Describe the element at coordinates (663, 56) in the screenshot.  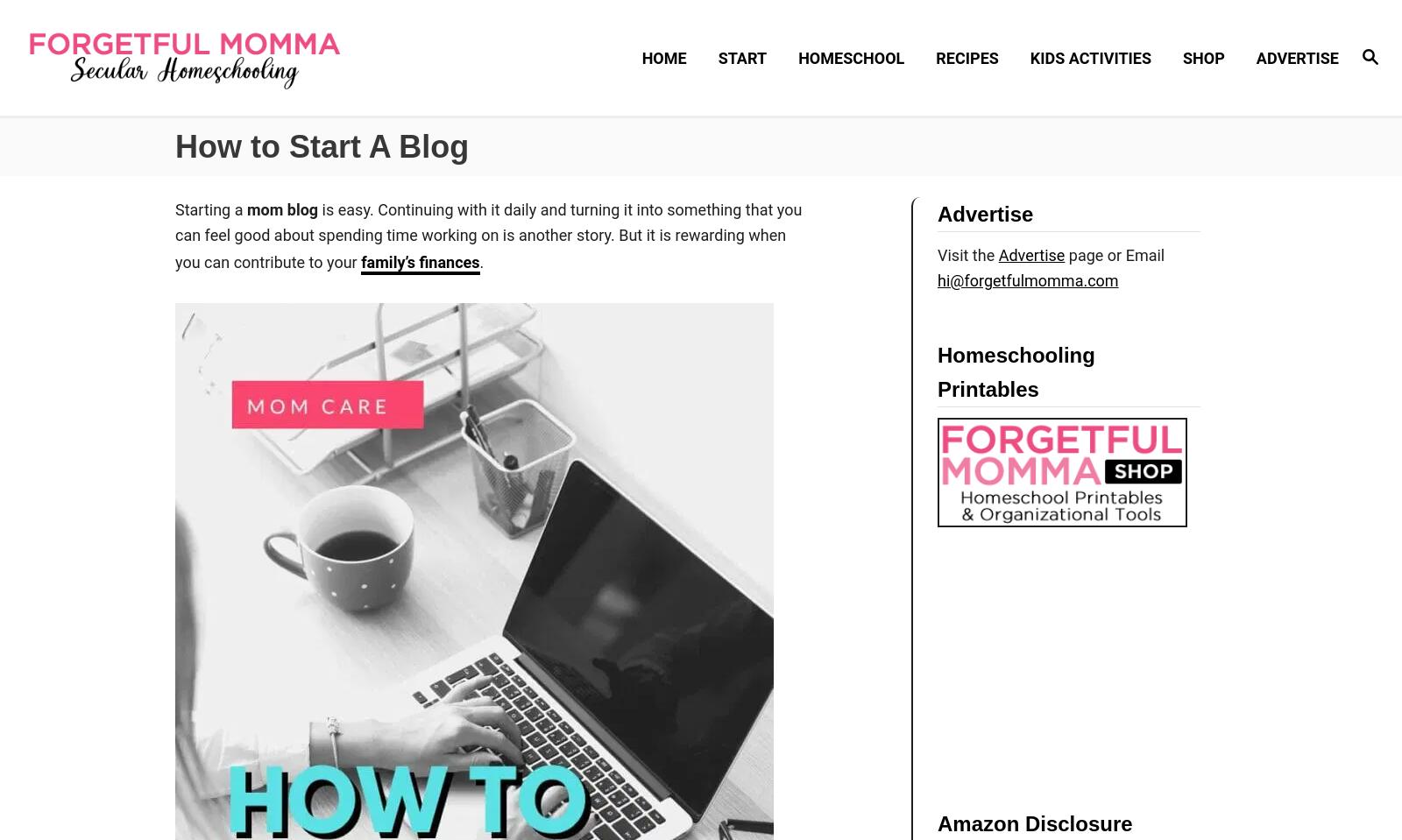
I see `'Home'` at that location.